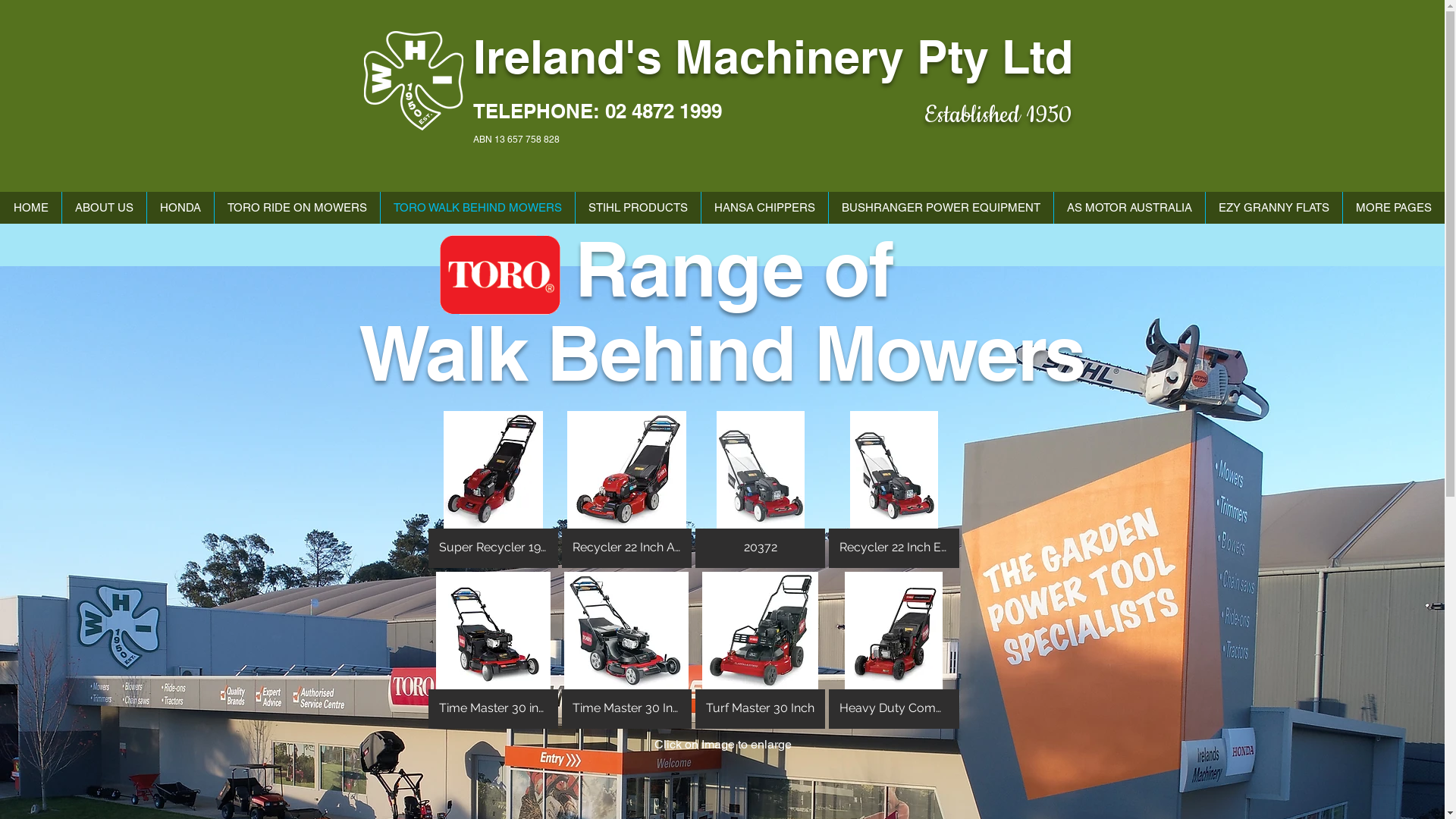 Image resolution: width=1456 pixels, height=819 pixels. What do you see at coordinates (1203, 207) in the screenshot?
I see `'EZY GRANNY FLATS'` at bounding box center [1203, 207].